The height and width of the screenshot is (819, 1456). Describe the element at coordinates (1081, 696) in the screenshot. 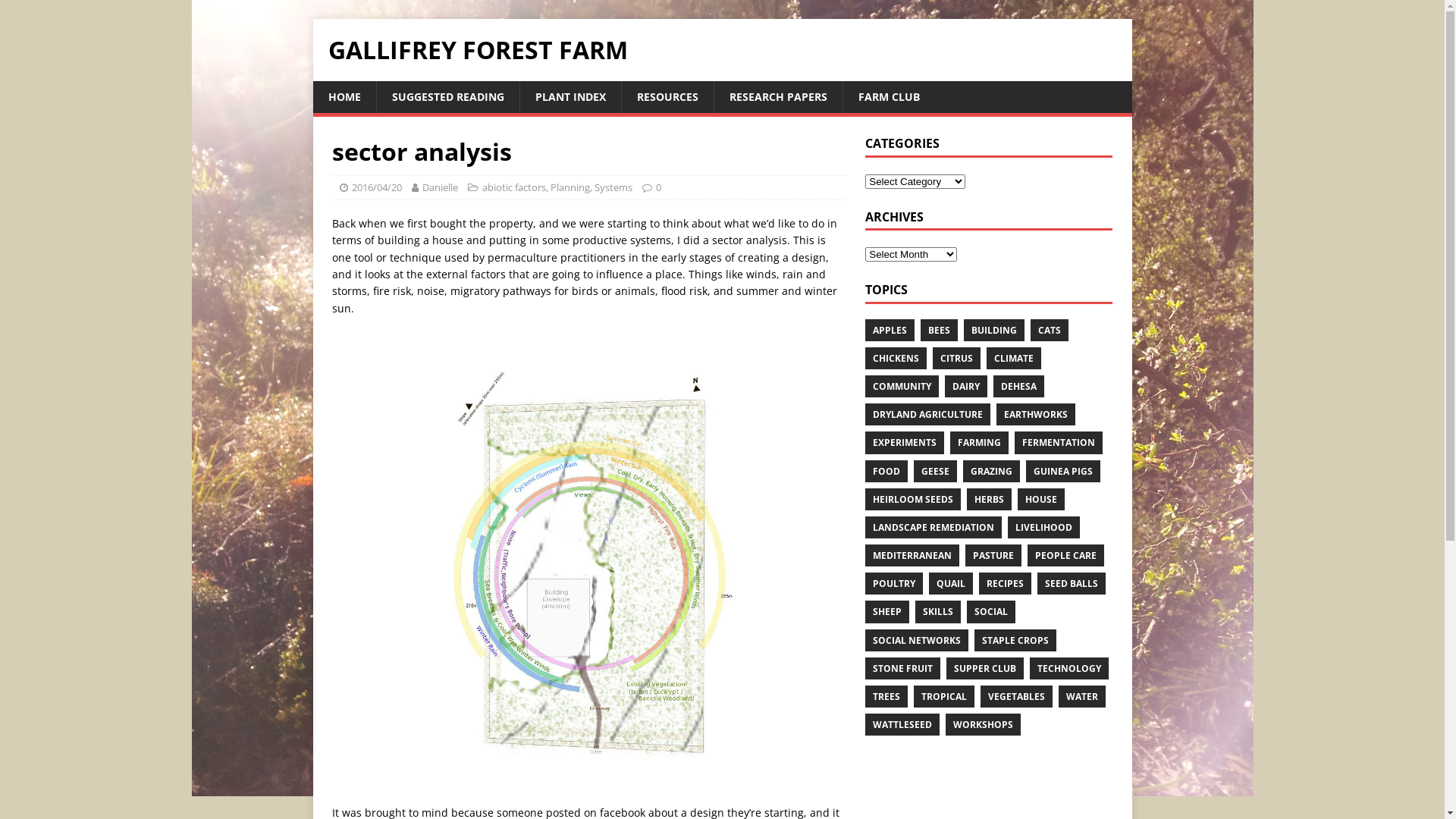

I see `'WATER'` at that location.